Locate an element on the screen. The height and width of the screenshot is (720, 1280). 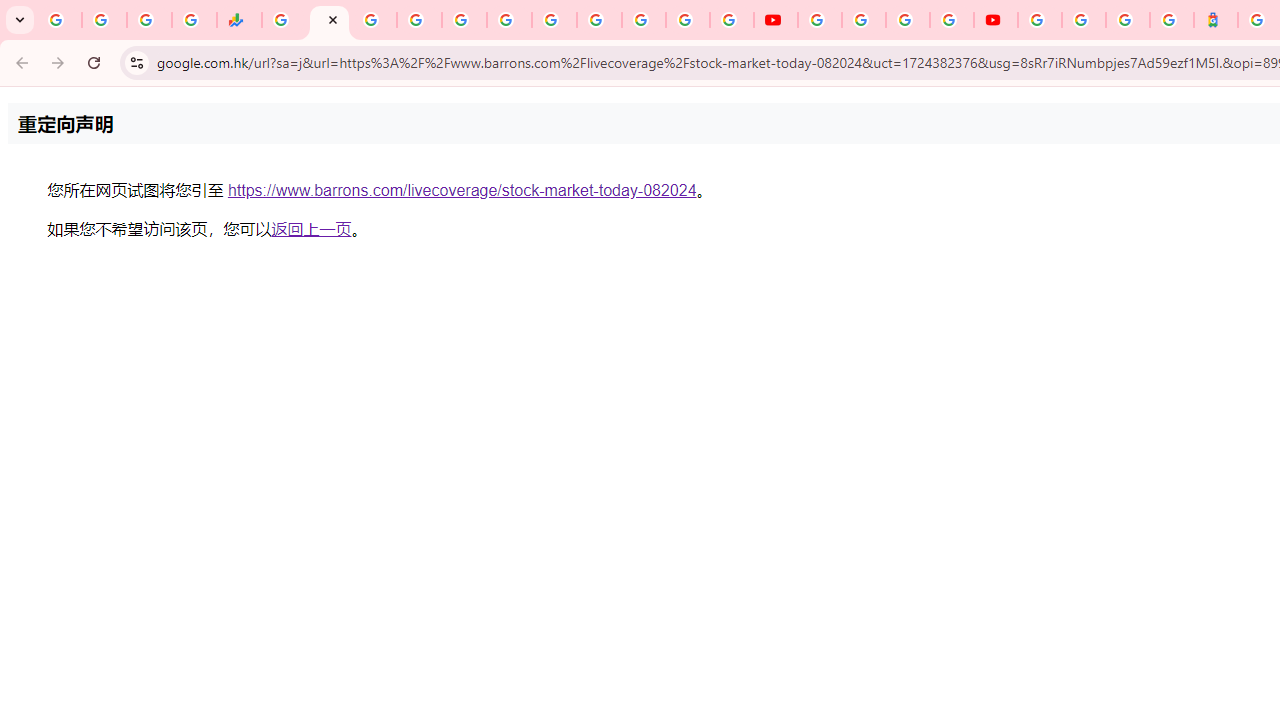
'Atour Hotel - Google hotels' is located at coordinates (1215, 20).